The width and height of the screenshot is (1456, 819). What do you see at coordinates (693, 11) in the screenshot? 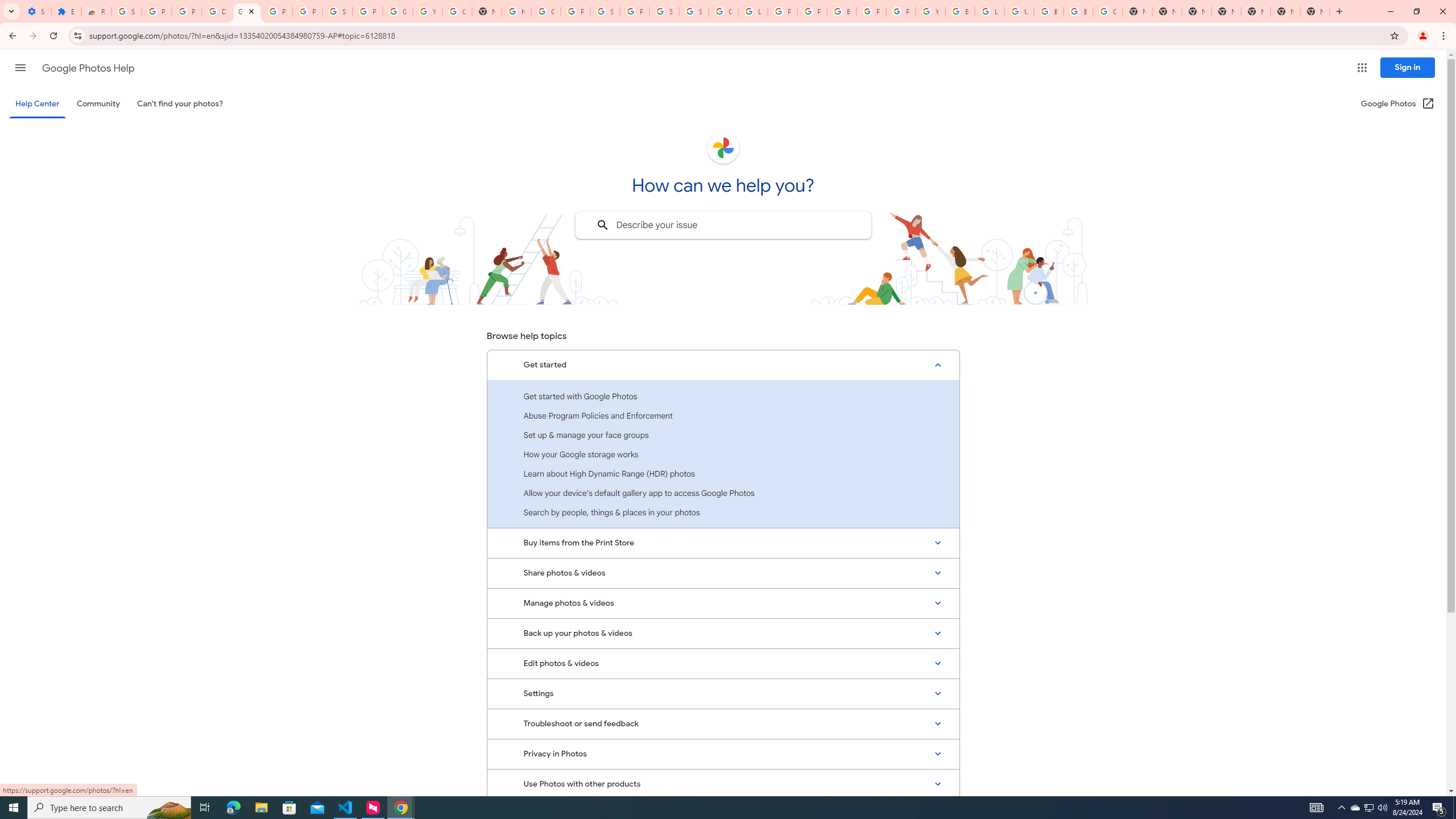
I see `'Sign in - Google Accounts'` at bounding box center [693, 11].